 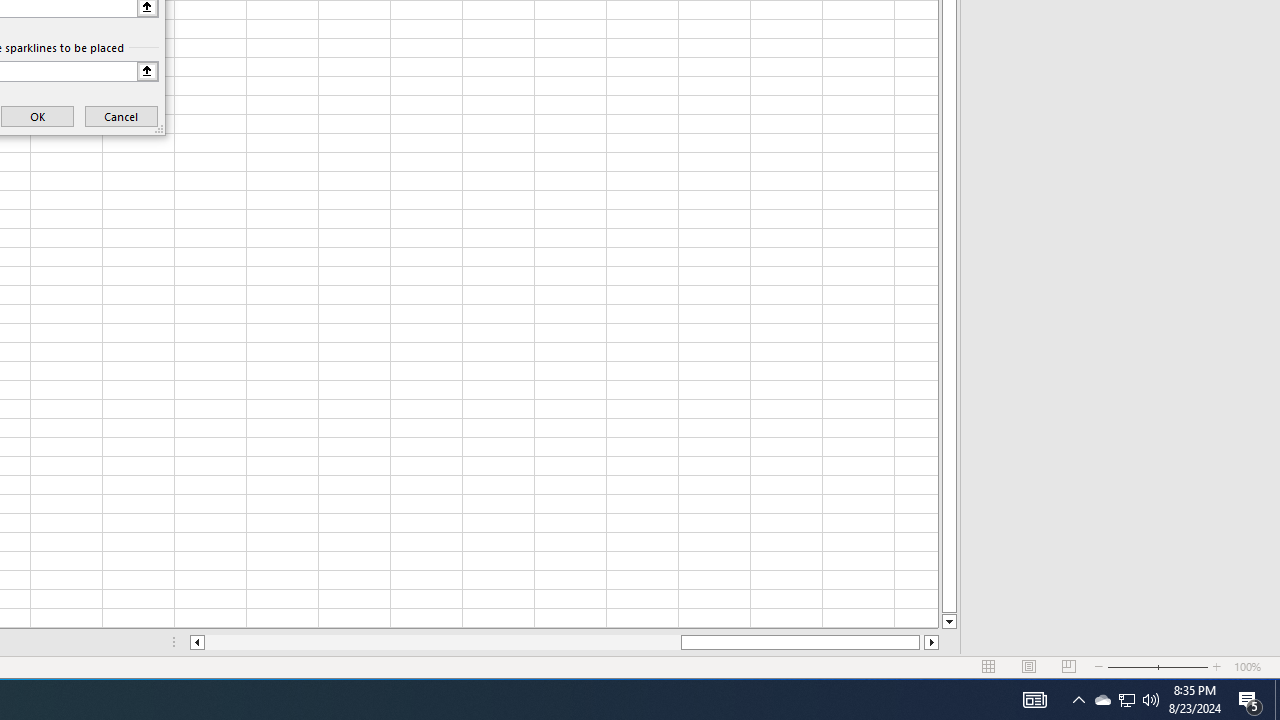 What do you see at coordinates (1068, 667) in the screenshot?
I see `'Page Break Preview'` at bounding box center [1068, 667].